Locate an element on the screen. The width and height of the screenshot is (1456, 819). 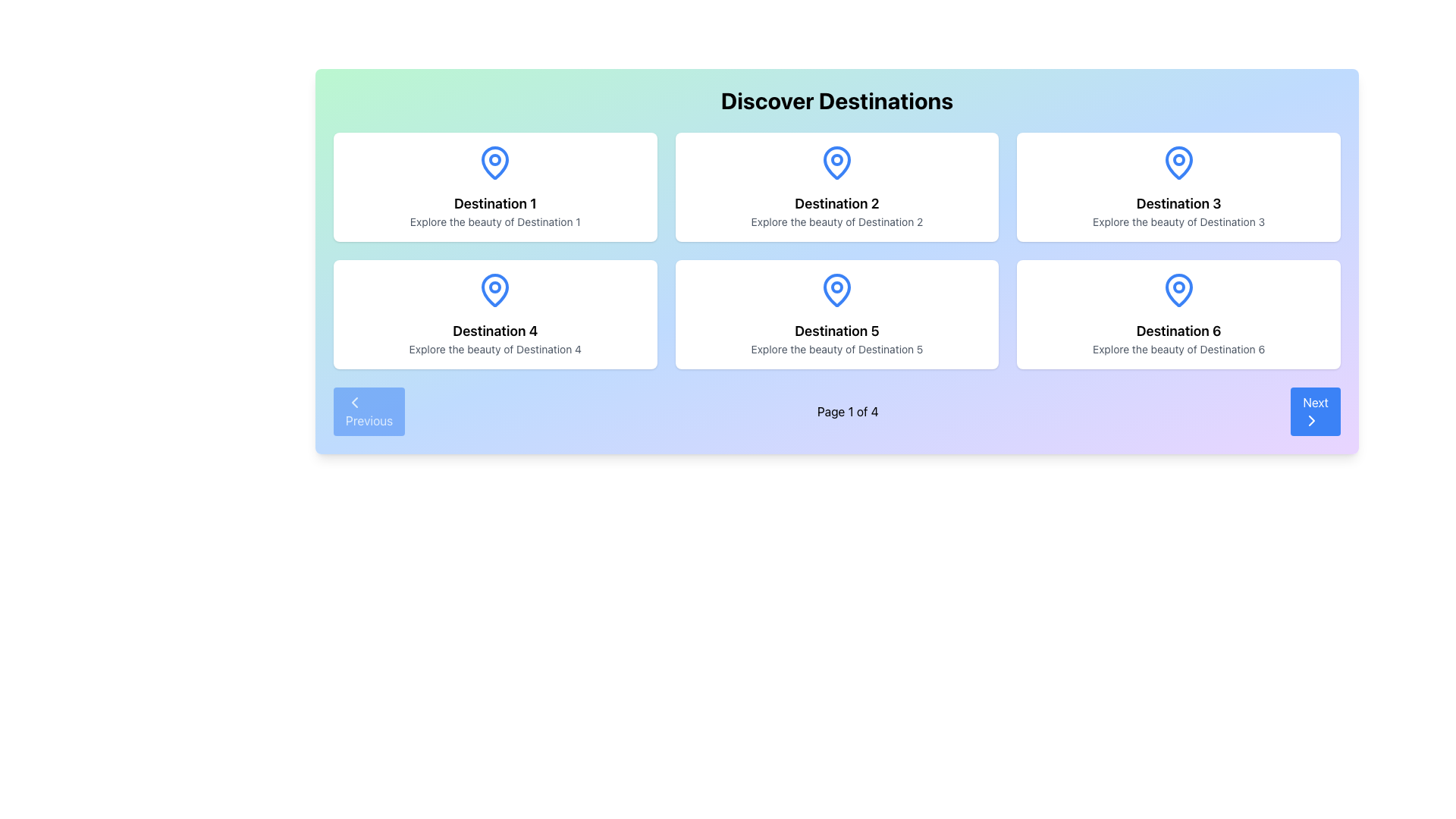
the small circular graphical shape within the SVG icon representing 'Destination 3' on the map pin is located at coordinates (1178, 160).